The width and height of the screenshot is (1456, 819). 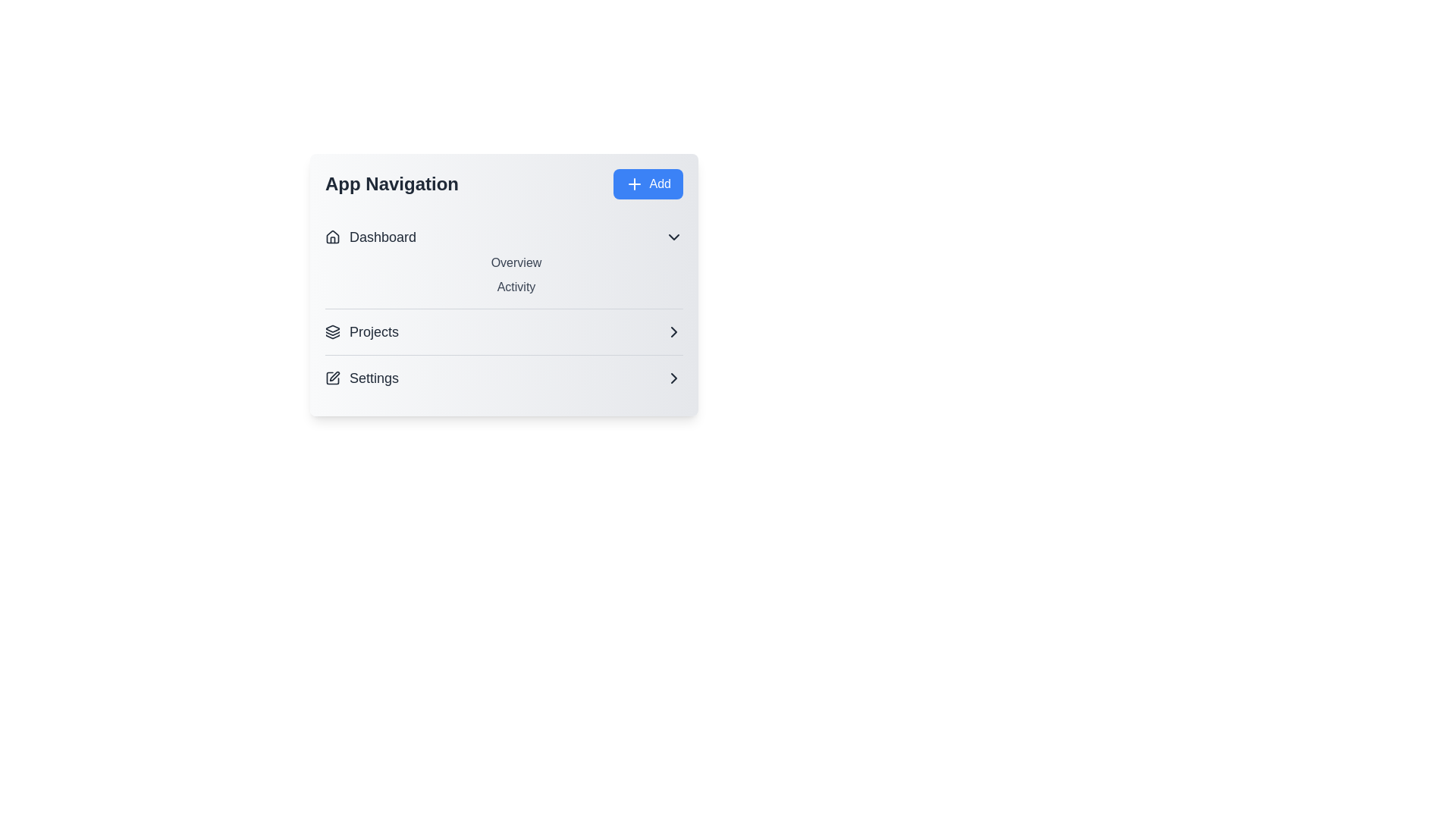 What do you see at coordinates (648, 184) in the screenshot?
I see `the 'Add' button to trigger the action` at bounding box center [648, 184].